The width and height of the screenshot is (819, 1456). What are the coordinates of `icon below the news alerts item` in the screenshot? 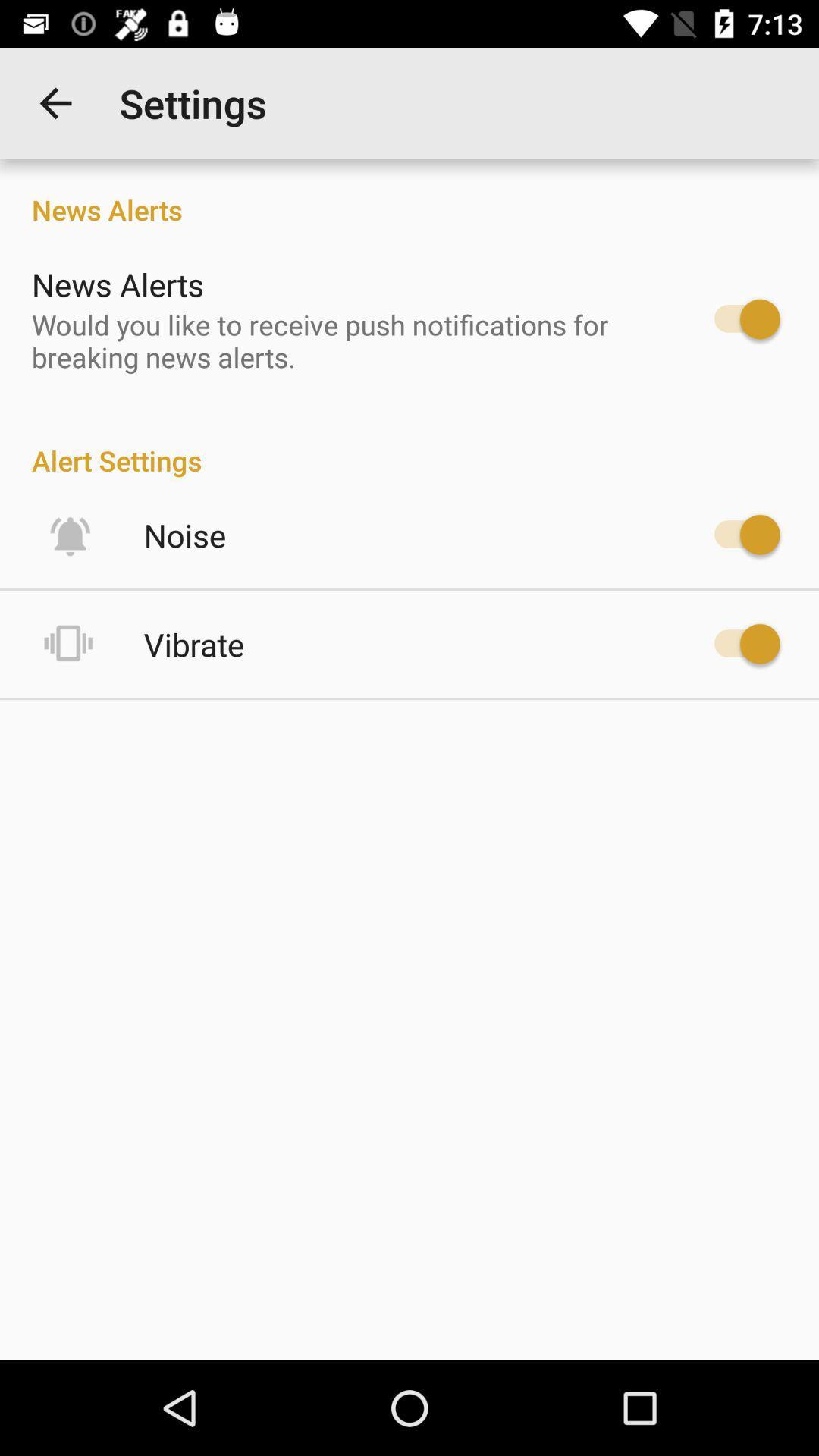 It's located at (346, 340).